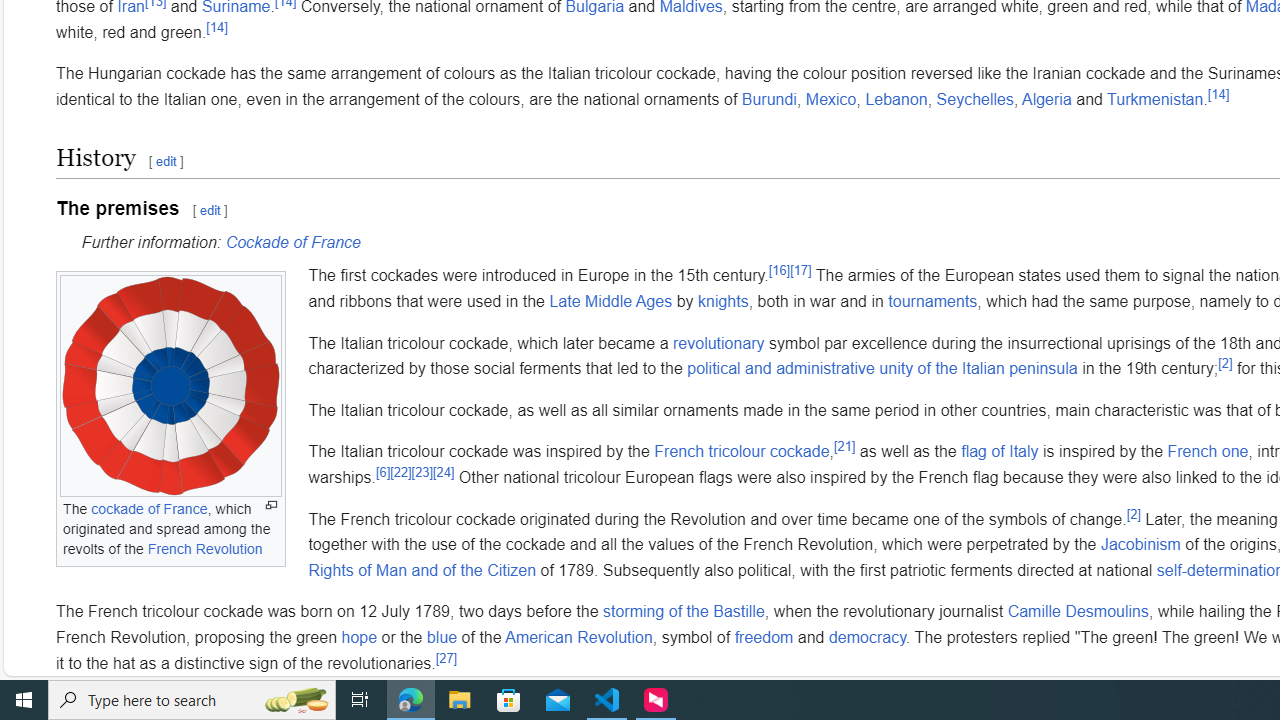 This screenshot has width=1280, height=720. I want to click on '[24]', so click(442, 471).